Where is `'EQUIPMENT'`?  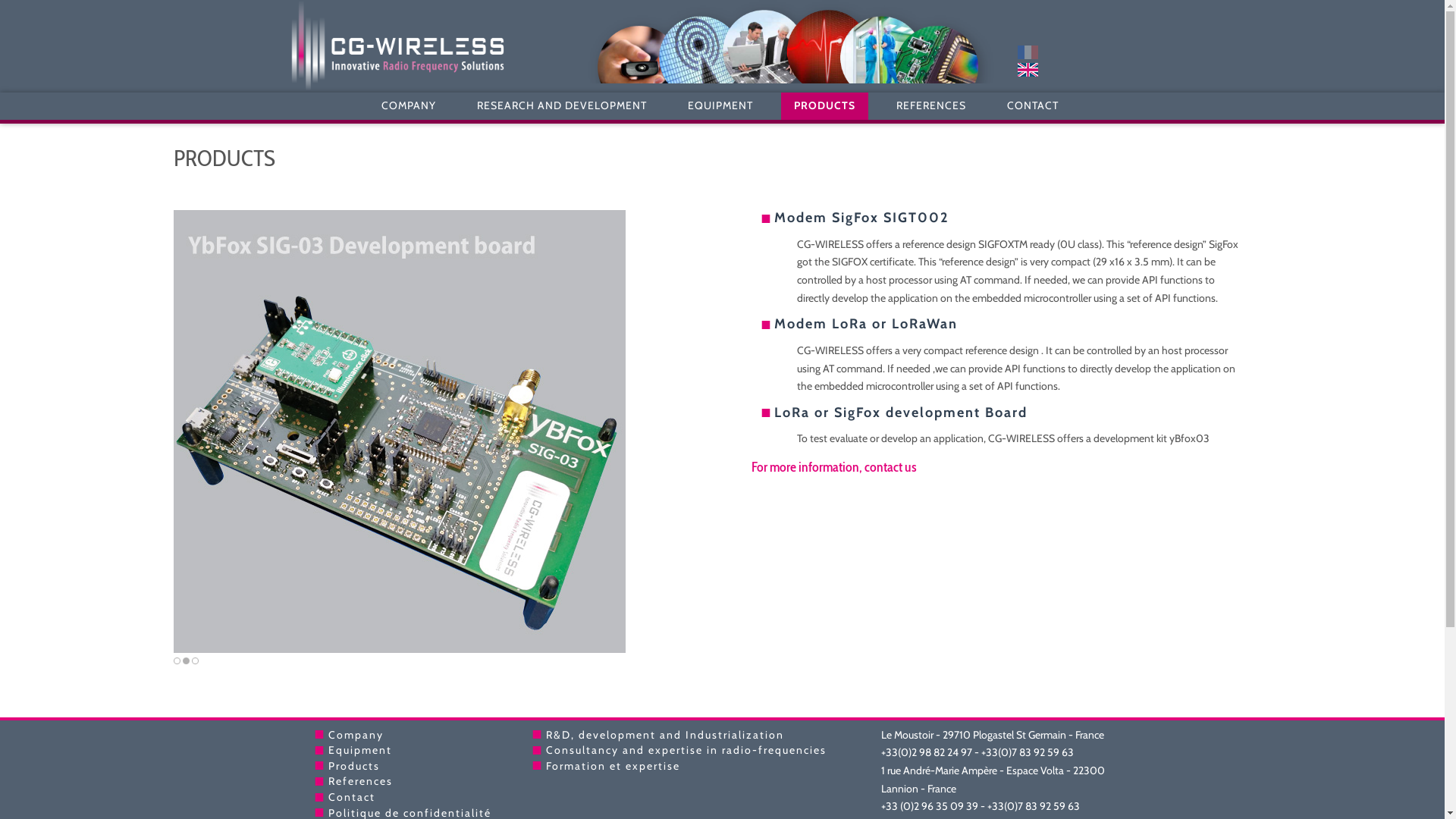 'EQUIPMENT' is located at coordinates (720, 105).